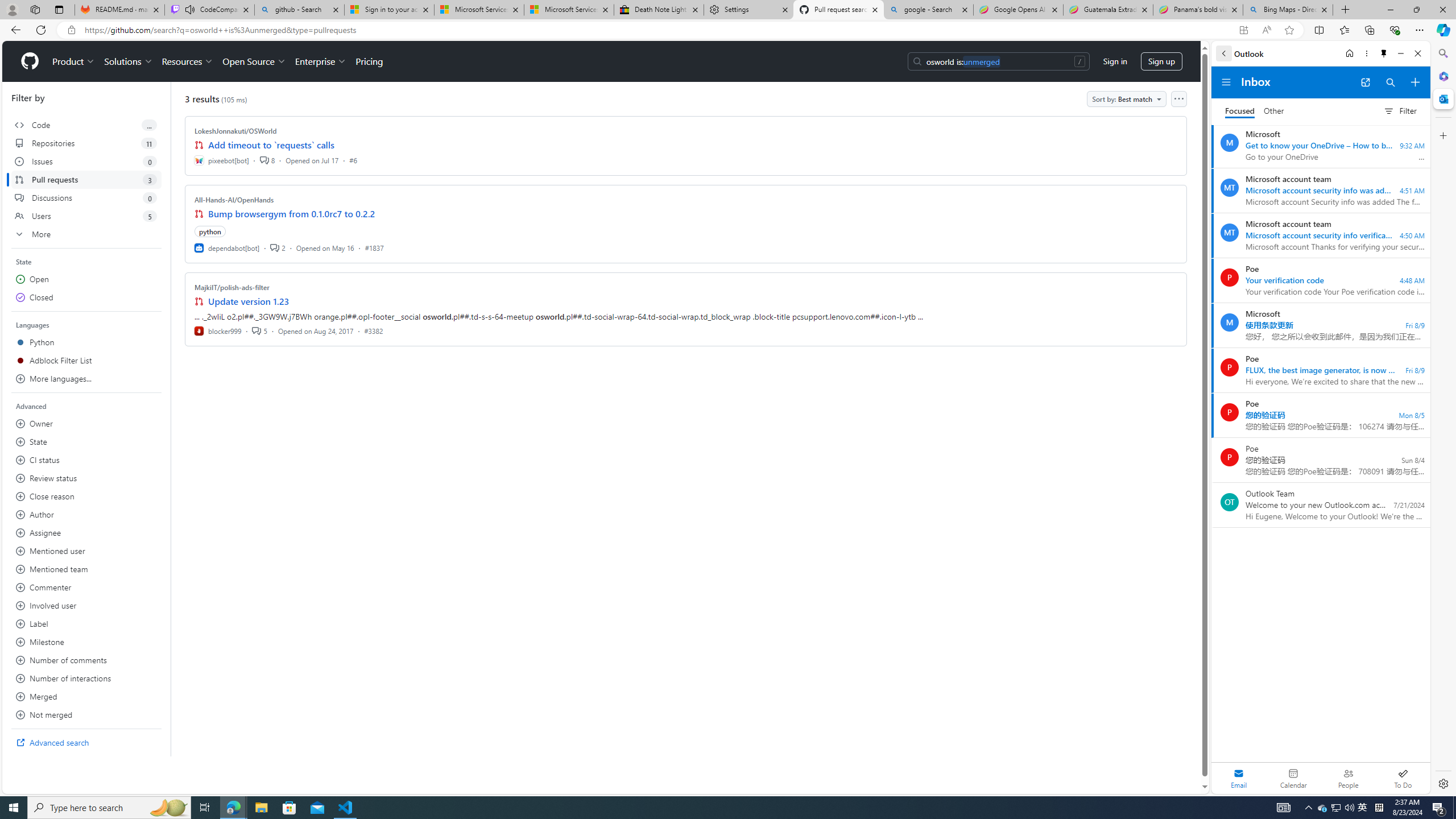 This screenshot has height=819, width=1456. What do you see at coordinates (218, 330) in the screenshot?
I see `'blocker999'` at bounding box center [218, 330].